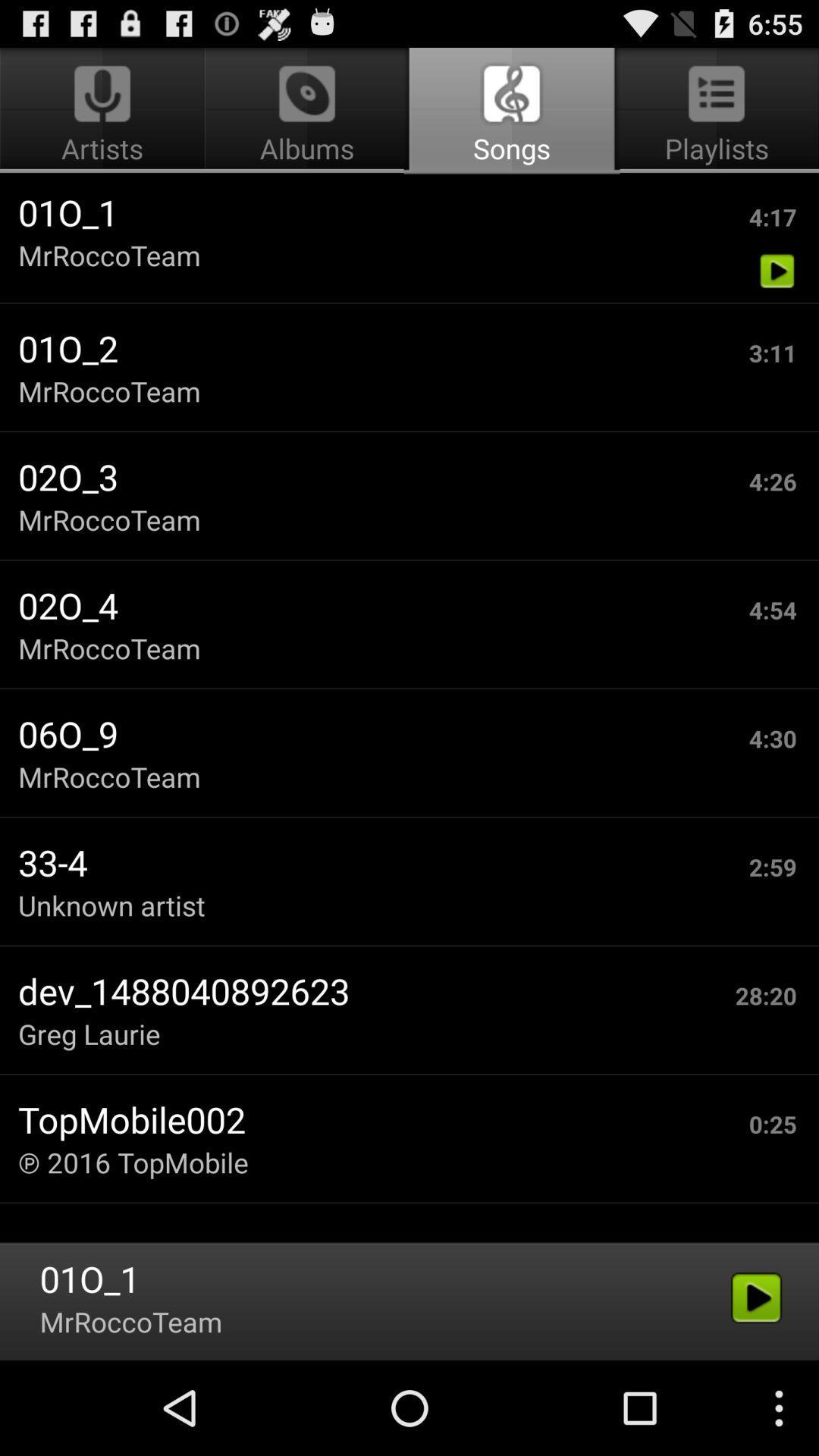 This screenshot has width=819, height=1456. I want to click on item next to the playlists item, so click(307, 111).